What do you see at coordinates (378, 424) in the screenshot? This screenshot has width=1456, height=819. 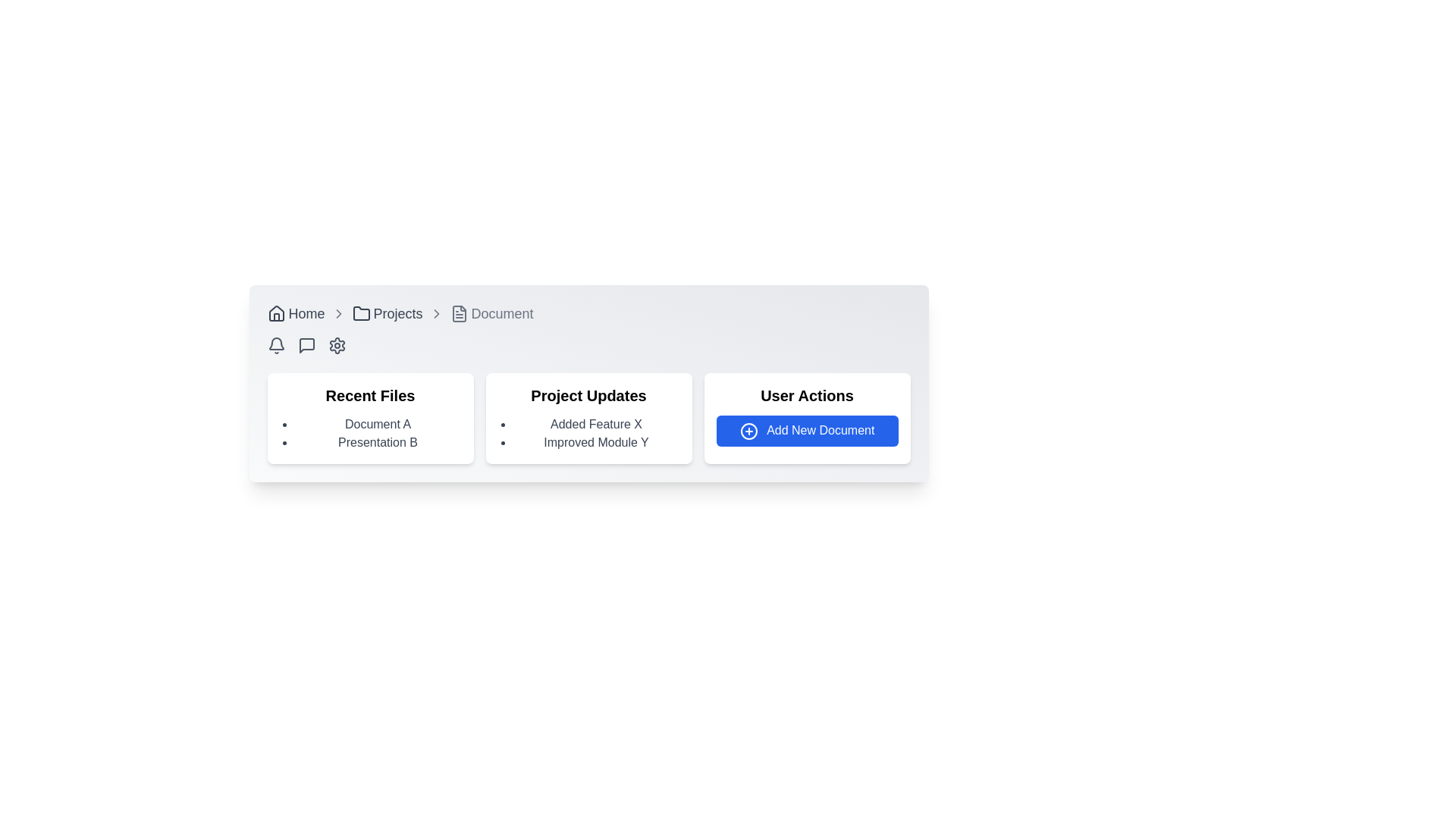 I see `the text label displaying 'Document A' in the 'Recent Files' section, which is the first item in a bulleted list` at bounding box center [378, 424].